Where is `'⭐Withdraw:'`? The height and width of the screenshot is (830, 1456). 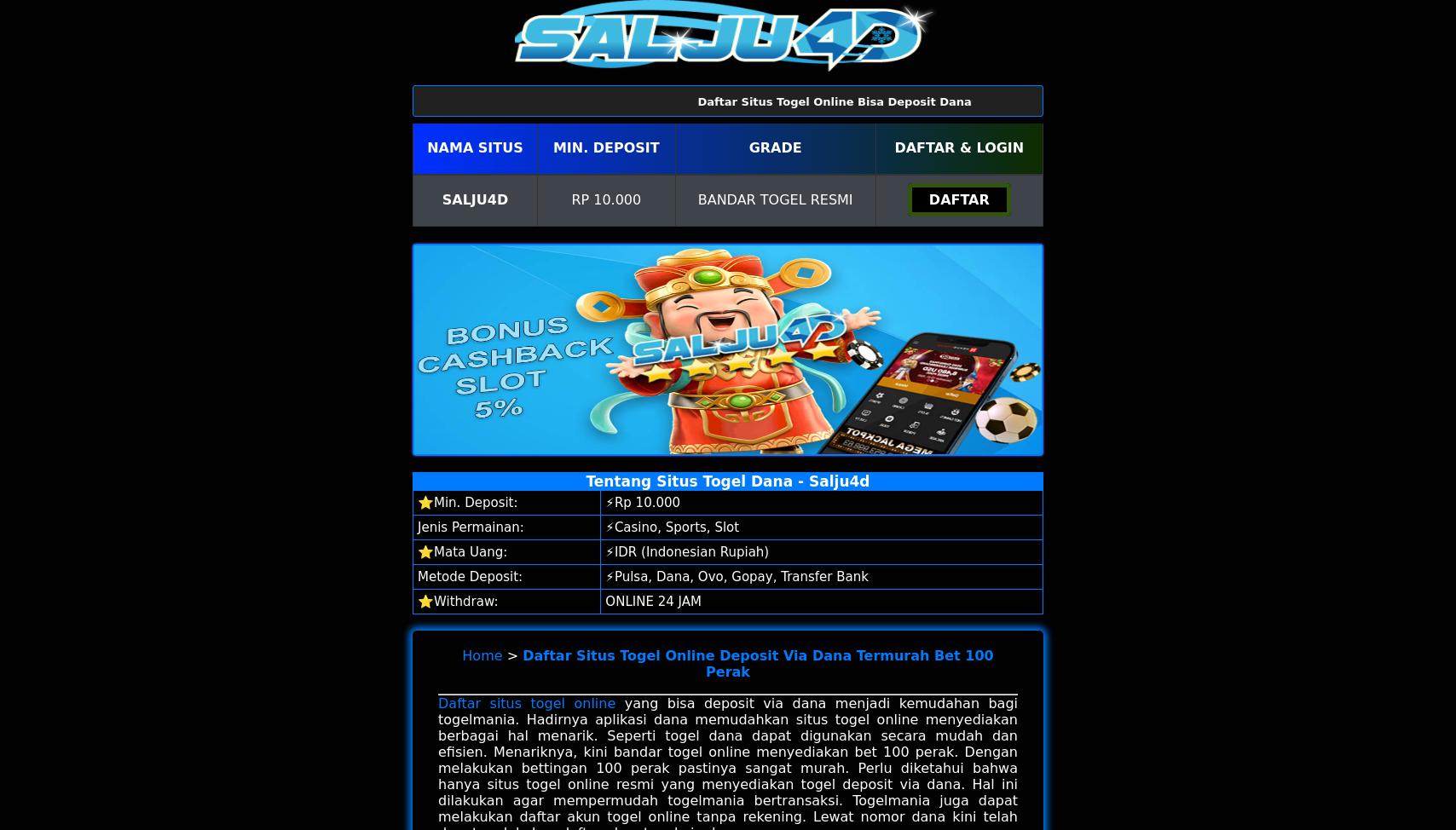 '⭐Withdraw:' is located at coordinates (457, 601).